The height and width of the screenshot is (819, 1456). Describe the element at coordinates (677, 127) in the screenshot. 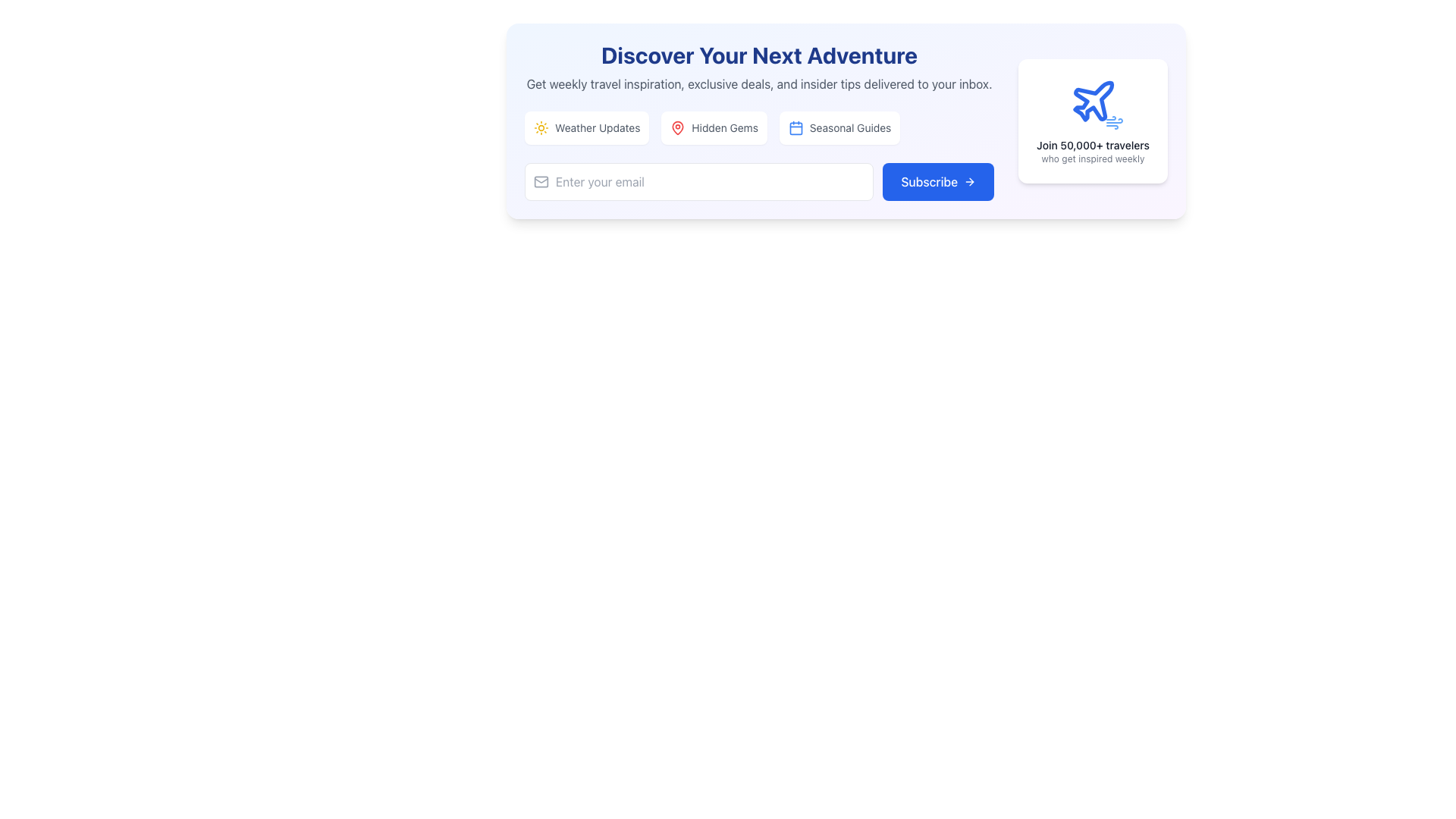

I see `the red pin-like icon associated with map markers located in the 'Hidden Gems' section, positioned between 'Weather Updates' and 'Seasonal Guides'` at that location.